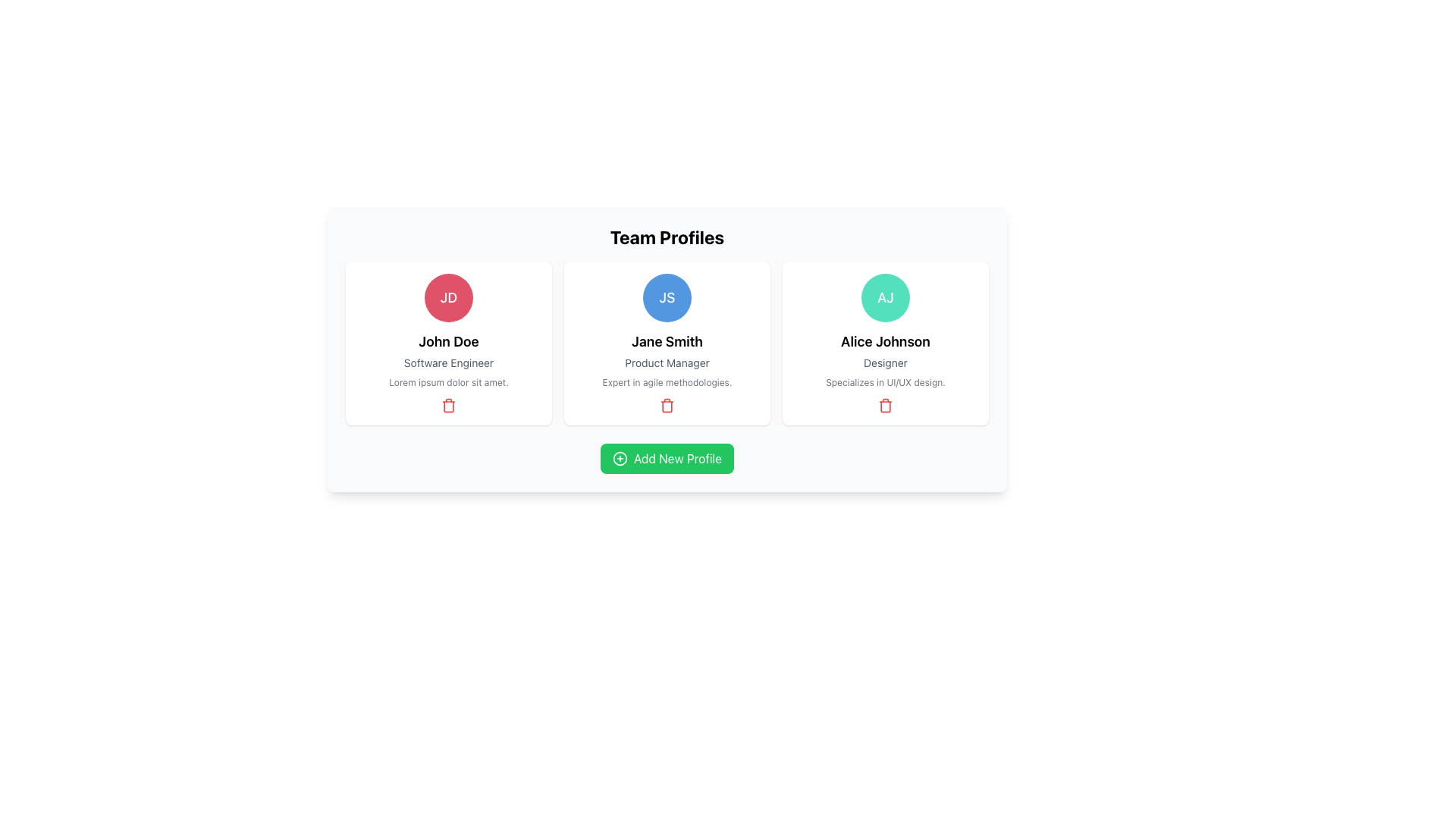 The height and width of the screenshot is (819, 1456). I want to click on the text element styled in grey that reads 'Software Engineer', located below 'John Doe' in the profile card, so click(447, 362).